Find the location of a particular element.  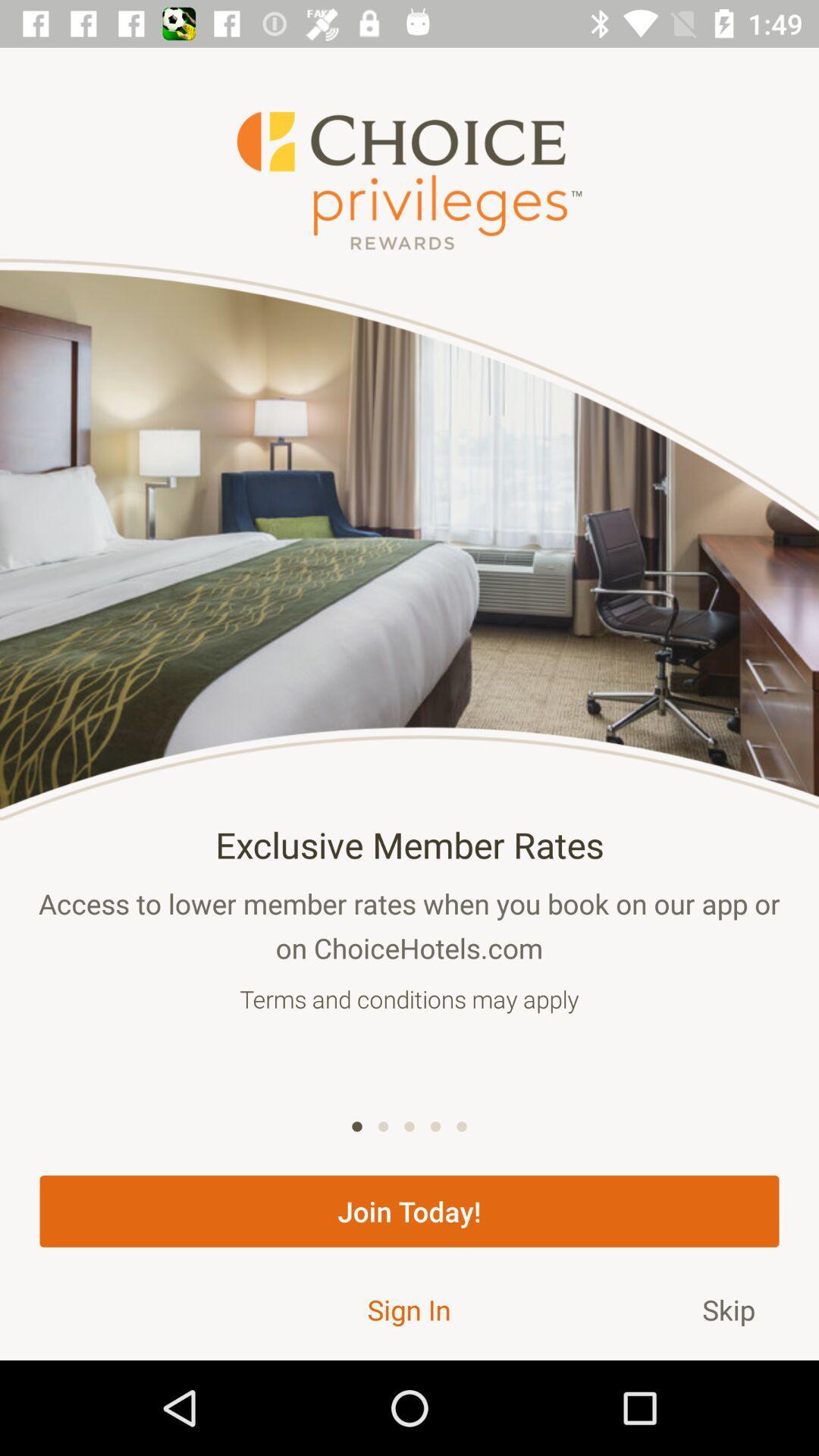

skip icon is located at coordinates (728, 1309).